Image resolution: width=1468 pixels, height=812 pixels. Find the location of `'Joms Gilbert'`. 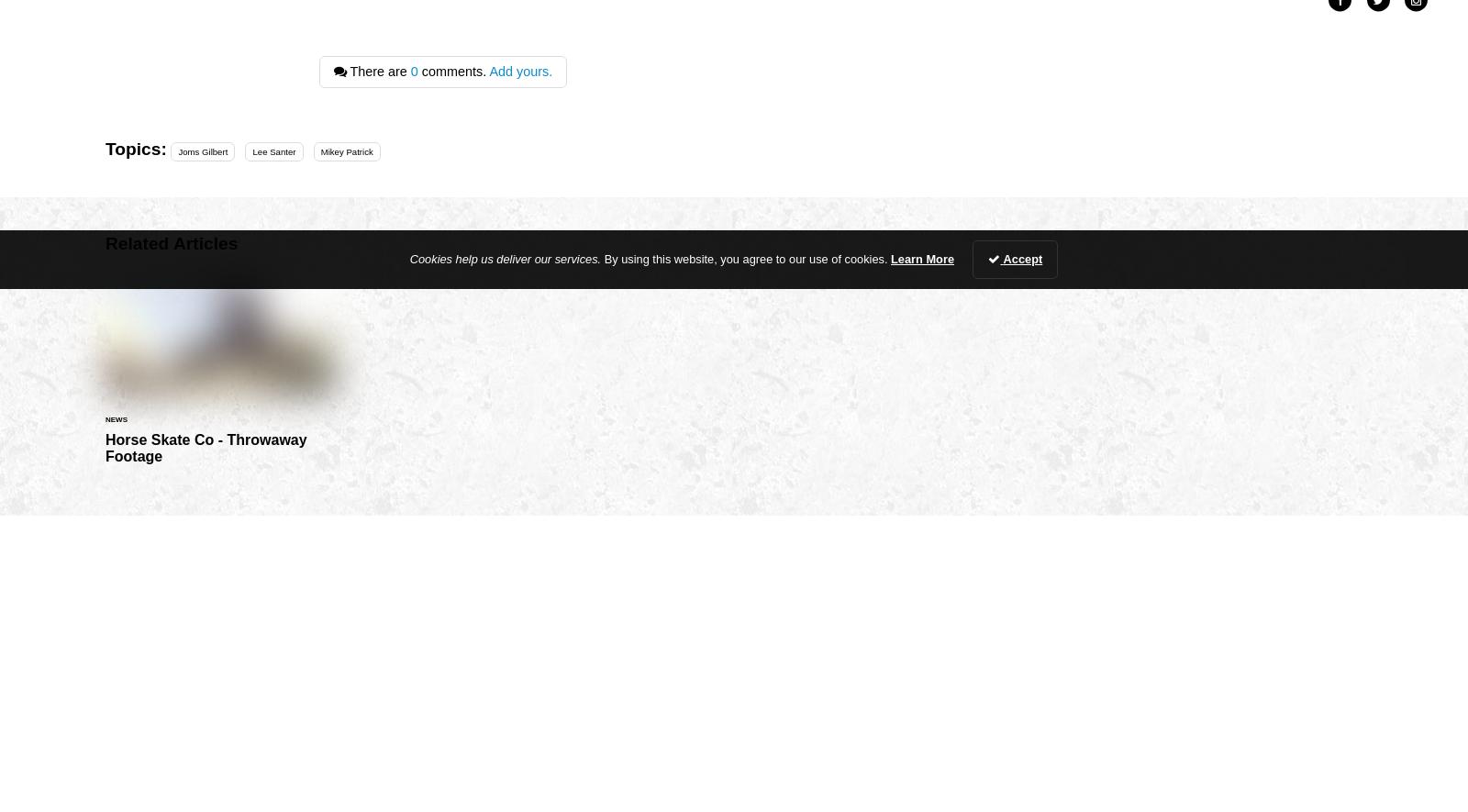

'Joms Gilbert' is located at coordinates (202, 150).